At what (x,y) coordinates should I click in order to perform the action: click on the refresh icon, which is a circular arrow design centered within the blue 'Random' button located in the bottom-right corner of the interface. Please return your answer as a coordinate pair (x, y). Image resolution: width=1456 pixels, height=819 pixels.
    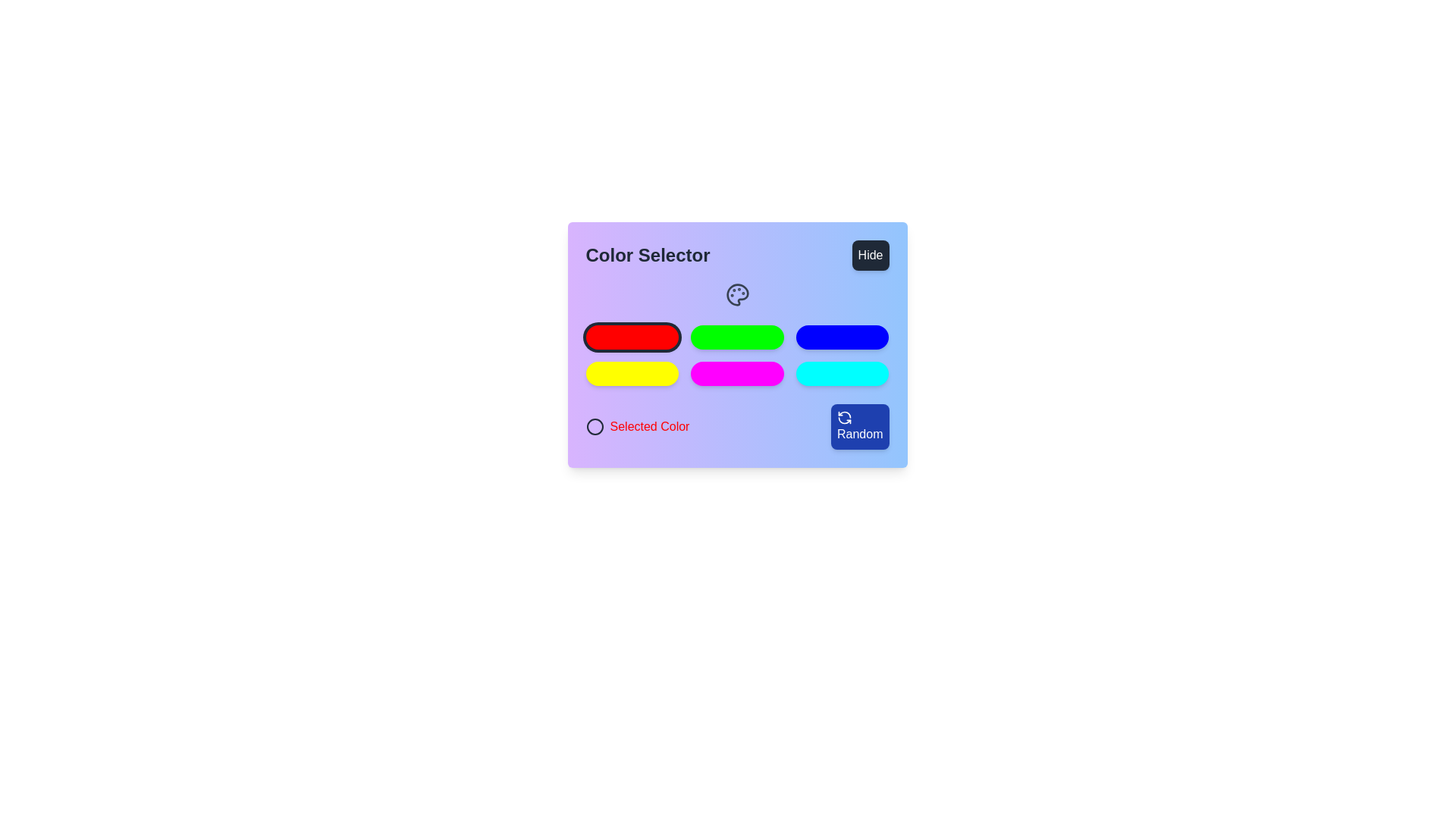
    Looking at the image, I should click on (843, 418).